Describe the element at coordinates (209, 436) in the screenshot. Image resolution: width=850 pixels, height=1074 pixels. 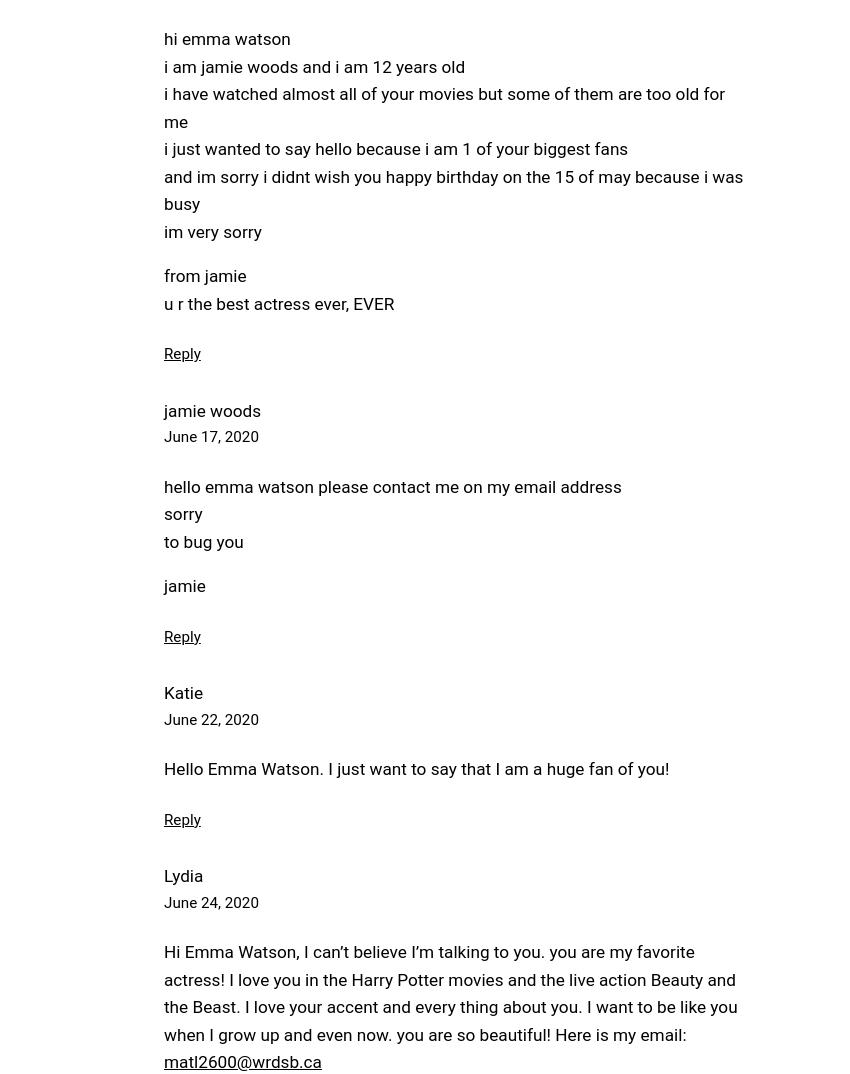
I see `'June 17, 2020'` at that location.